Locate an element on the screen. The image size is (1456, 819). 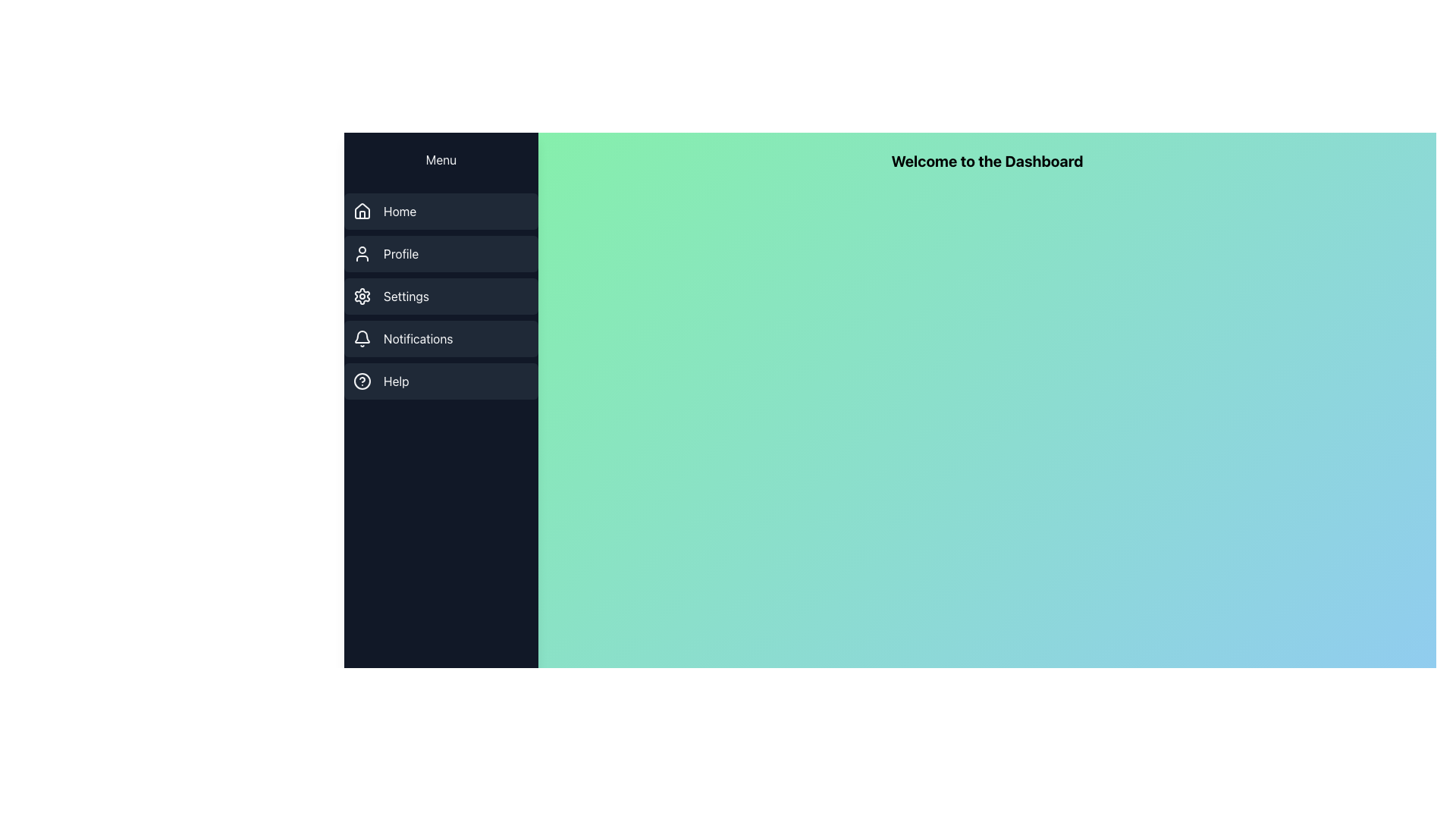
the settings button in the left sidebar, which is the third item in a vertical menu between 'Profile' and 'Notifications', to trigger a style change is located at coordinates (440, 296).